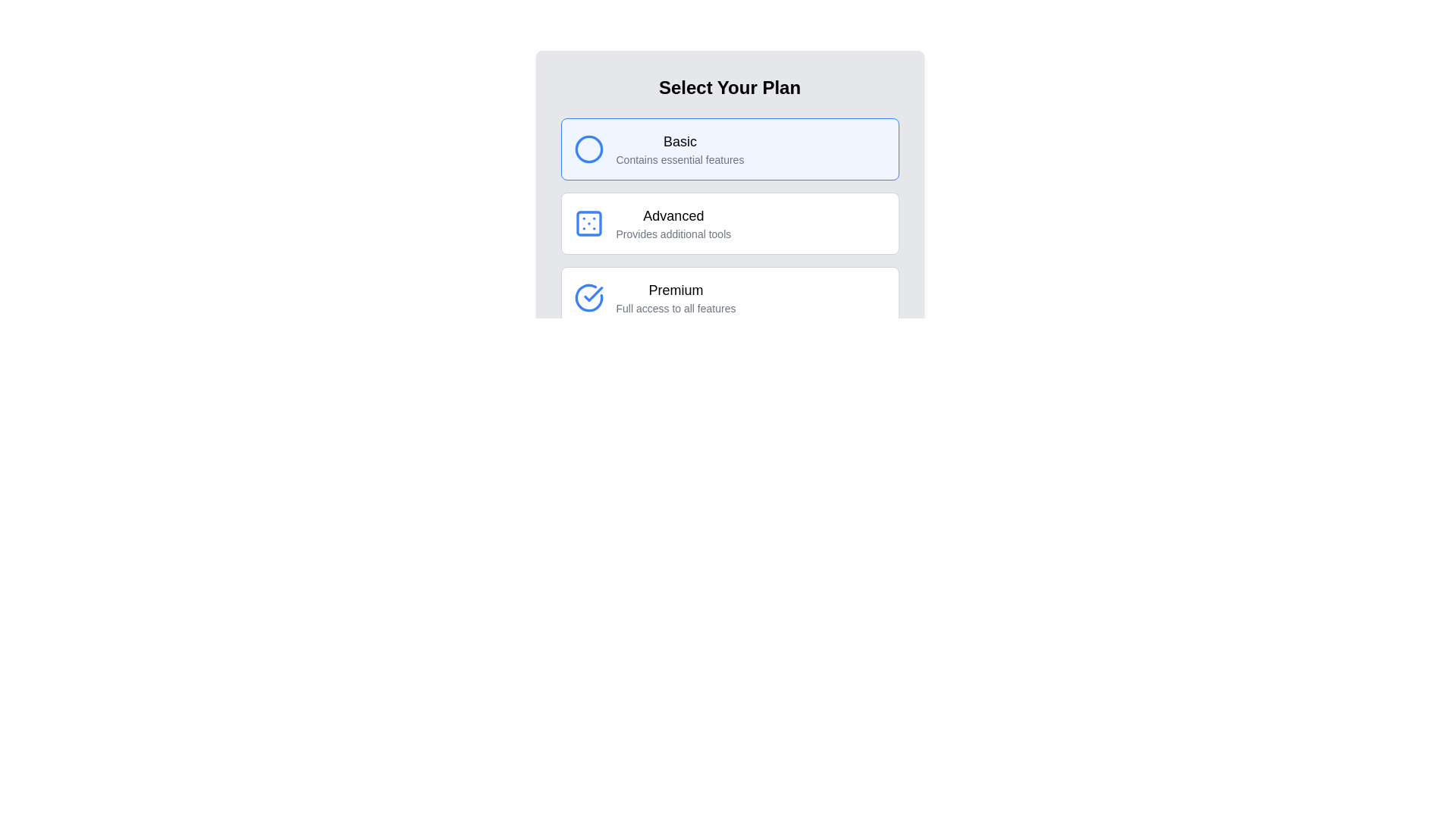  I want to click on the 'Basic' selectable button, which has a light blue background, rounded corners, and contains the title 'Basic' and subtext 'Contains essential features.', so click(730, 149).